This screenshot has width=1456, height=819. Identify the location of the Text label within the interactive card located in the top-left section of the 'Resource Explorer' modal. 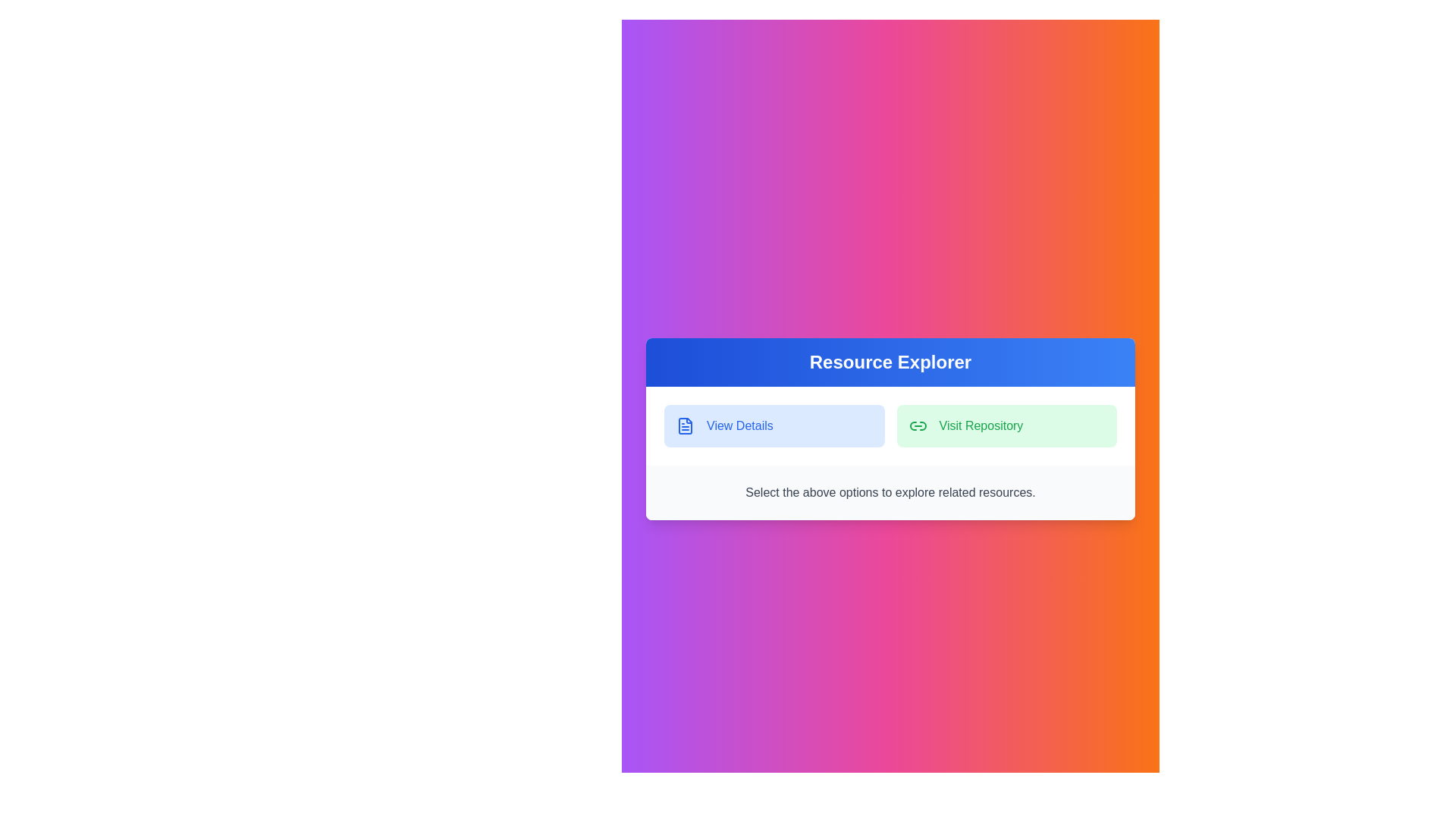
(739, 426).